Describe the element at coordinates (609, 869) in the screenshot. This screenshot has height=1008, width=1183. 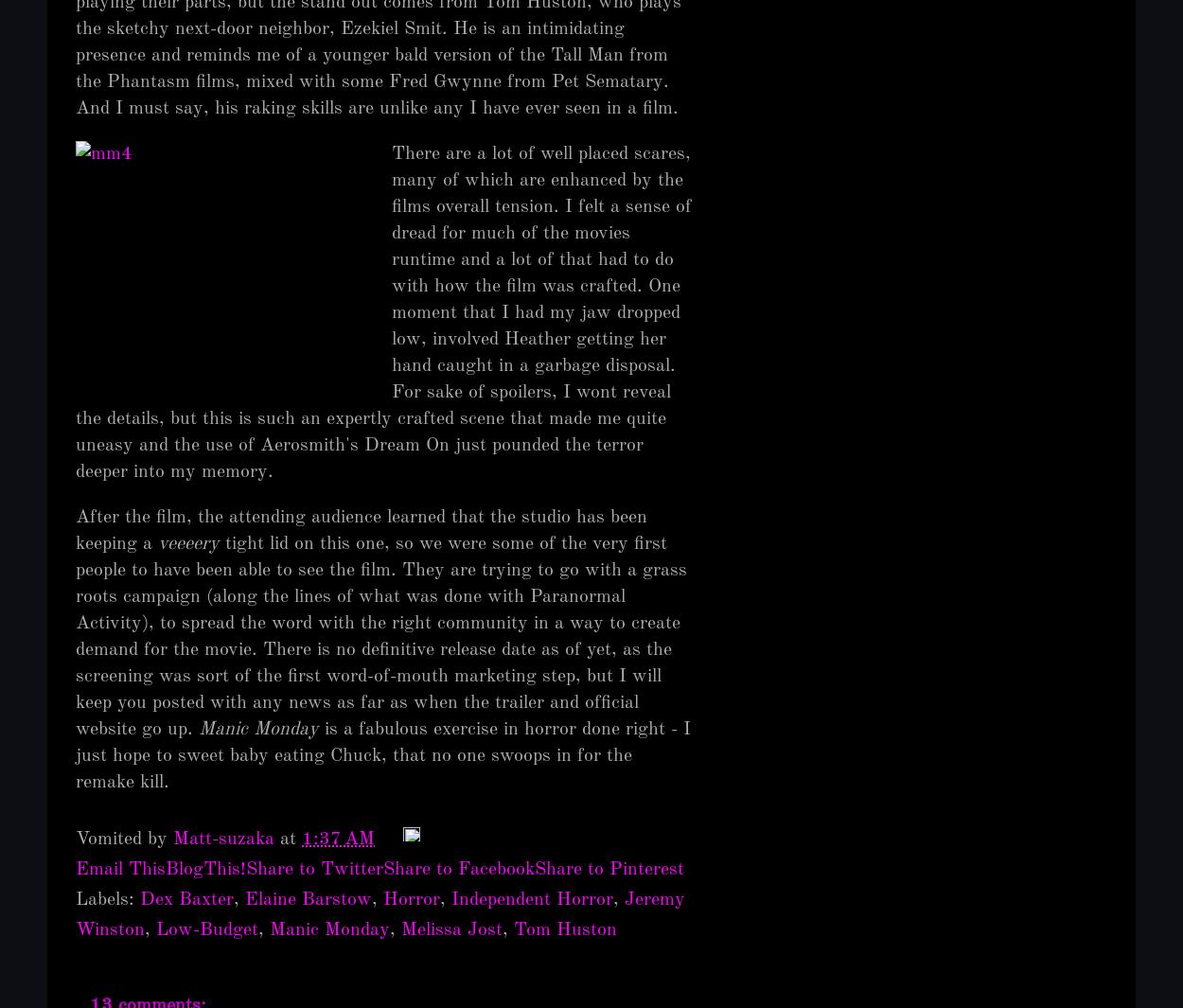
I see `'Share to Pinterest'` at that location.